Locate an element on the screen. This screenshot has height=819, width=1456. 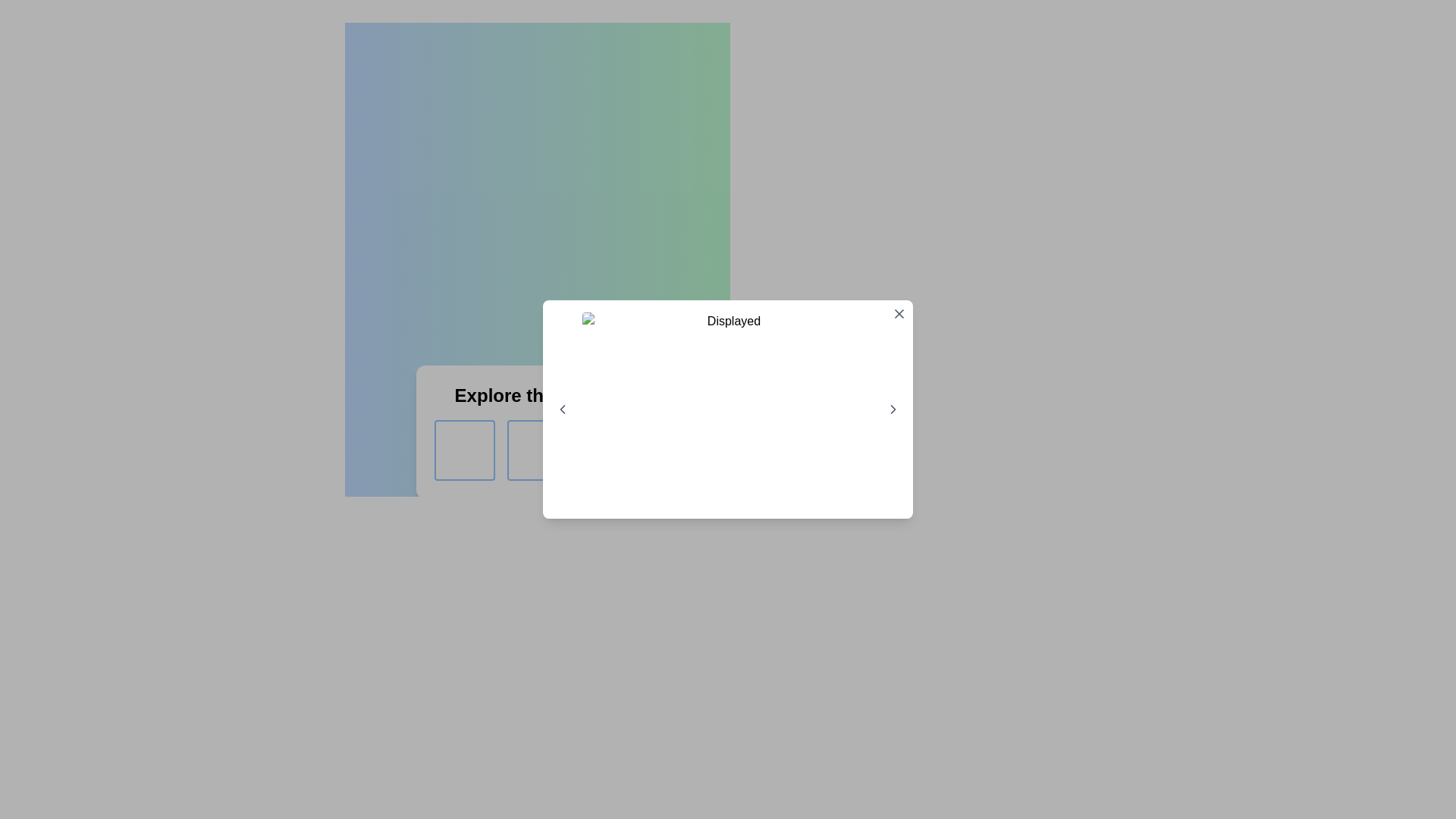
the right-pointing chevron icon is located at coordinates (893, 409).